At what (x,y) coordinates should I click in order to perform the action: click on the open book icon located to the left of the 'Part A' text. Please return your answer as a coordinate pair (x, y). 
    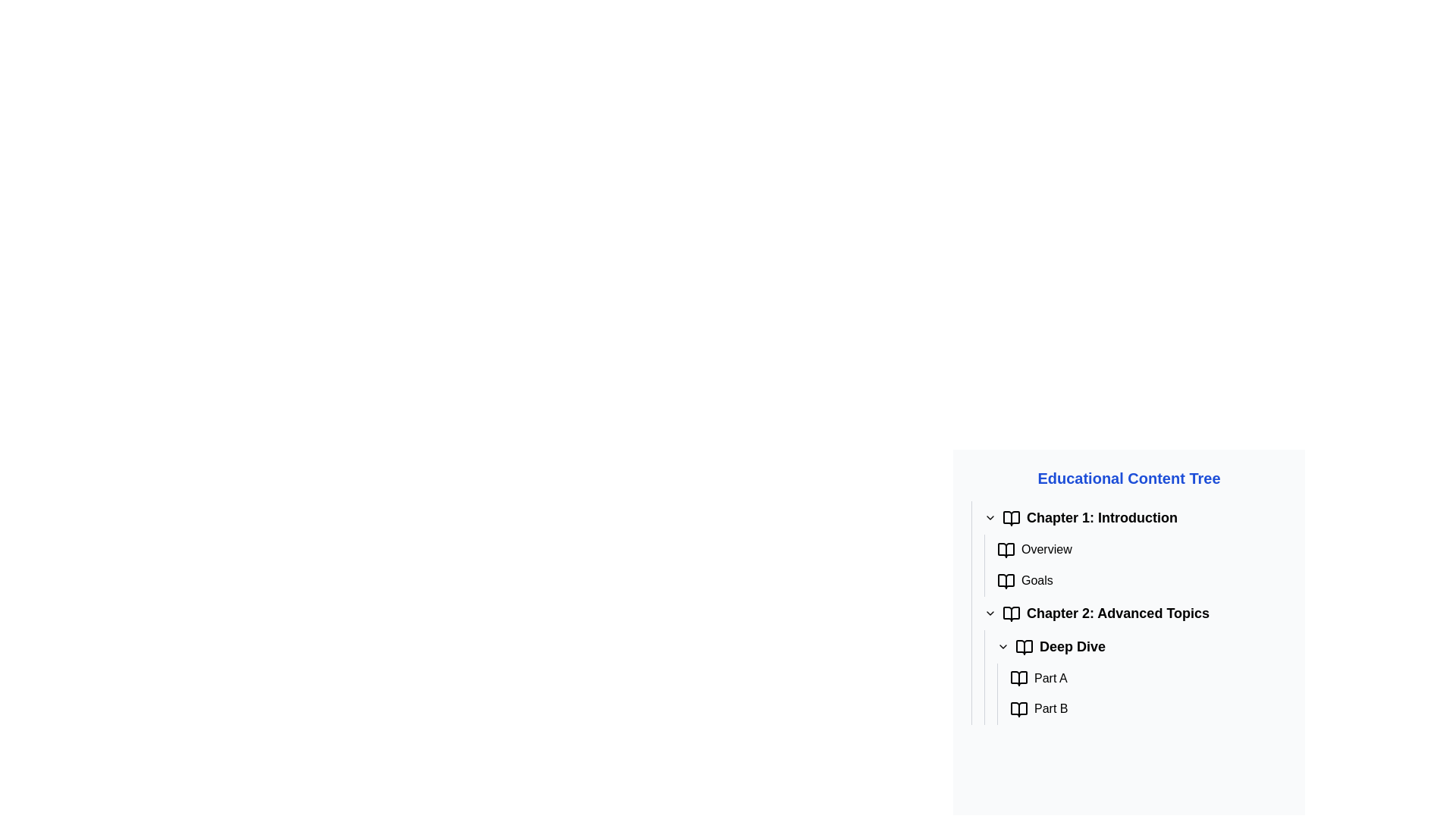
    Looking at the image, I should click on (1019, 677).